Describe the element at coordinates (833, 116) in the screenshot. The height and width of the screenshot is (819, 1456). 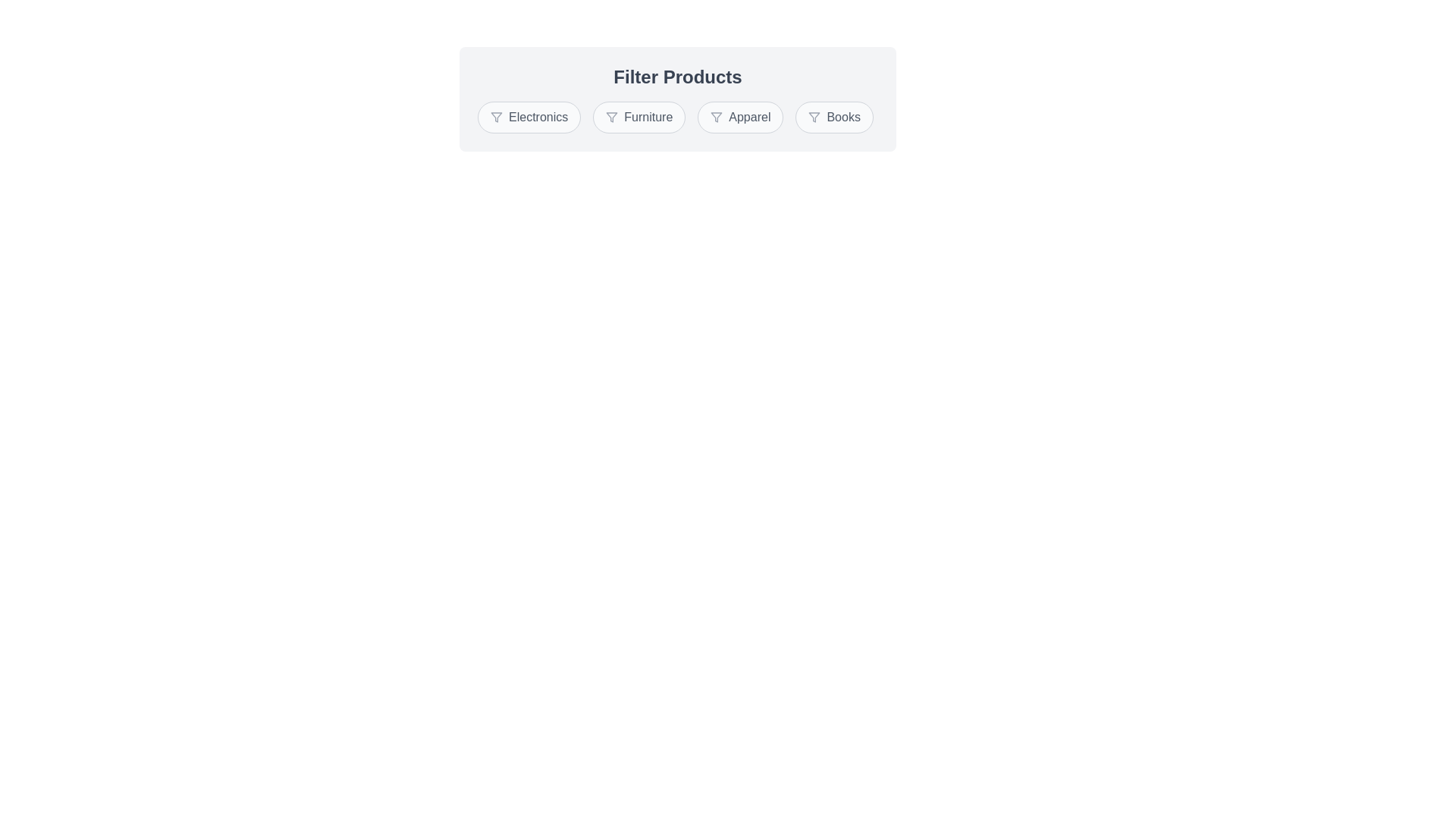
I see `the chip corresponding to the category Books` at that location.